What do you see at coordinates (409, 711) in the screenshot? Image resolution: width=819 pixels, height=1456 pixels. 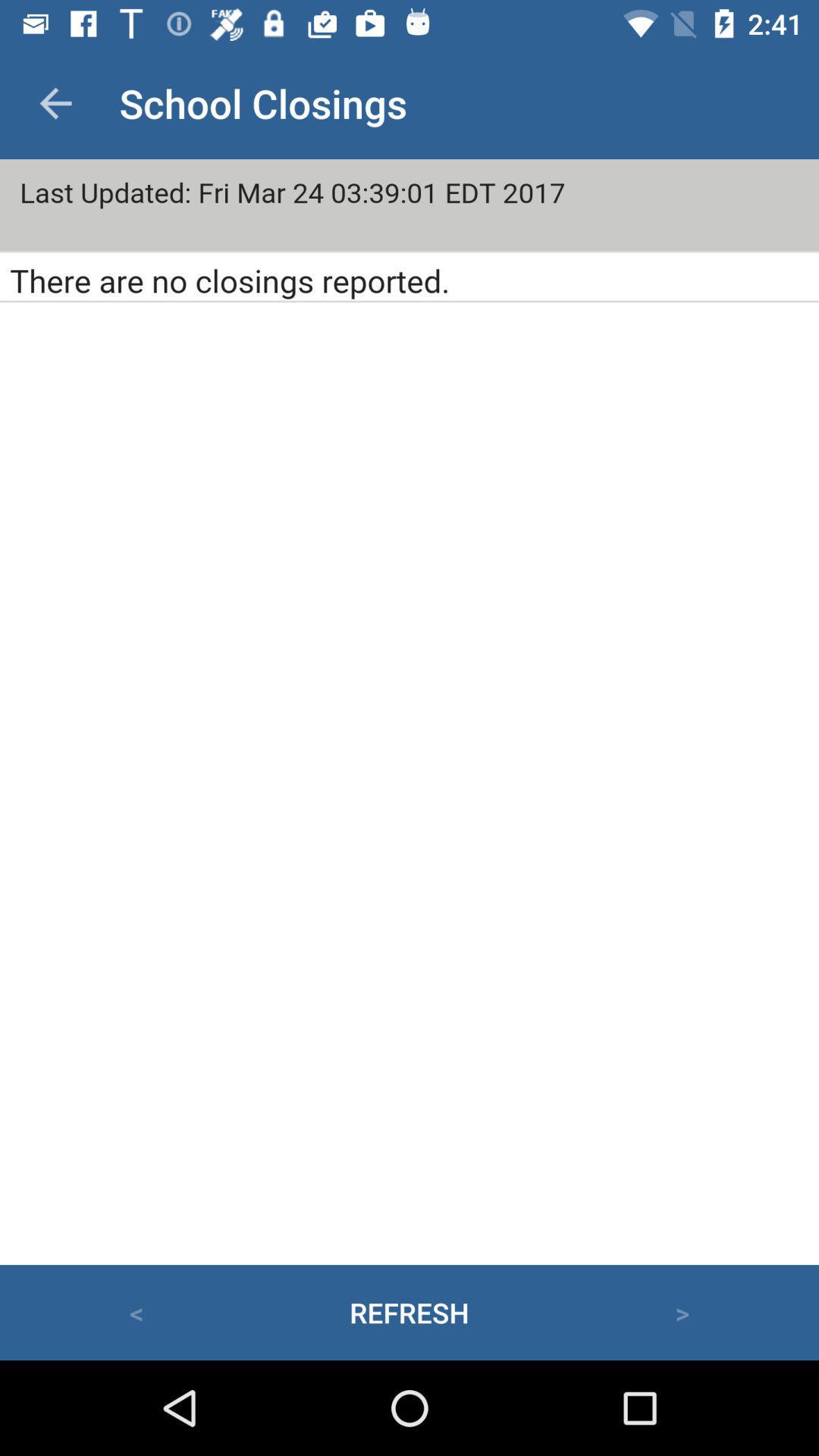 I see `principal screen` at bounding box center [409, 711].